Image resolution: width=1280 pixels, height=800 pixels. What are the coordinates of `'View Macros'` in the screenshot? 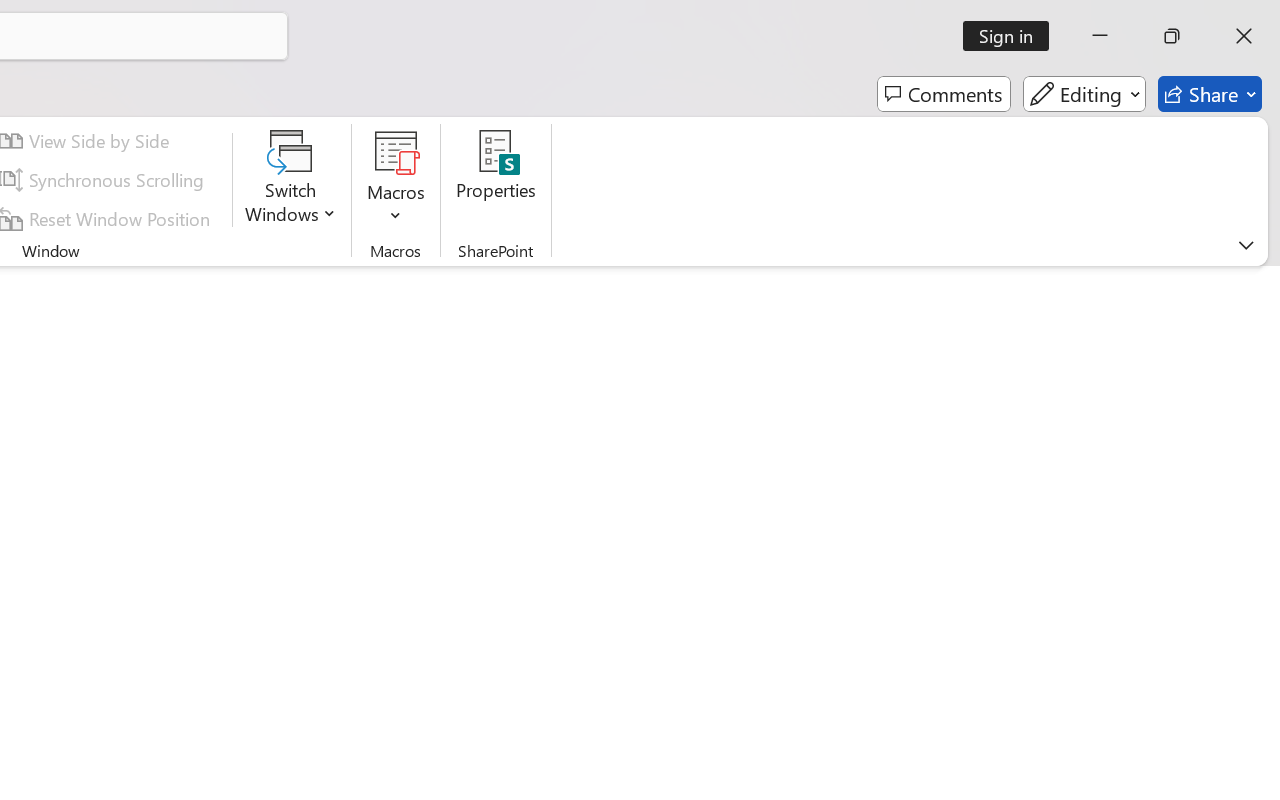 It's located at (396, 151).